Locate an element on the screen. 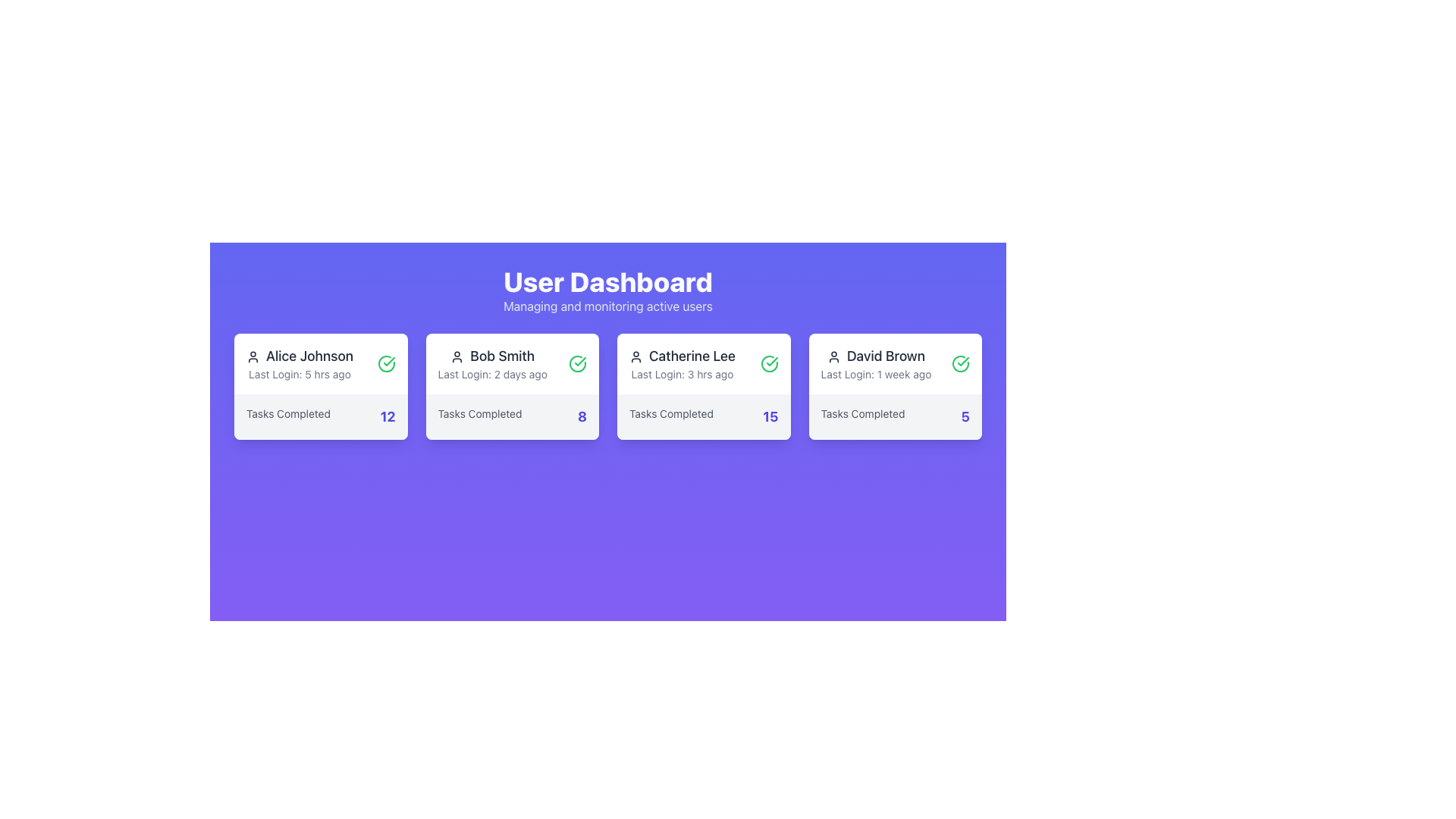 The image size is (1456, 819). the status represented by the checkmark icon located in the top-right corner of the card associated with 'Bob Smith' is located at coordinates (389, 362).